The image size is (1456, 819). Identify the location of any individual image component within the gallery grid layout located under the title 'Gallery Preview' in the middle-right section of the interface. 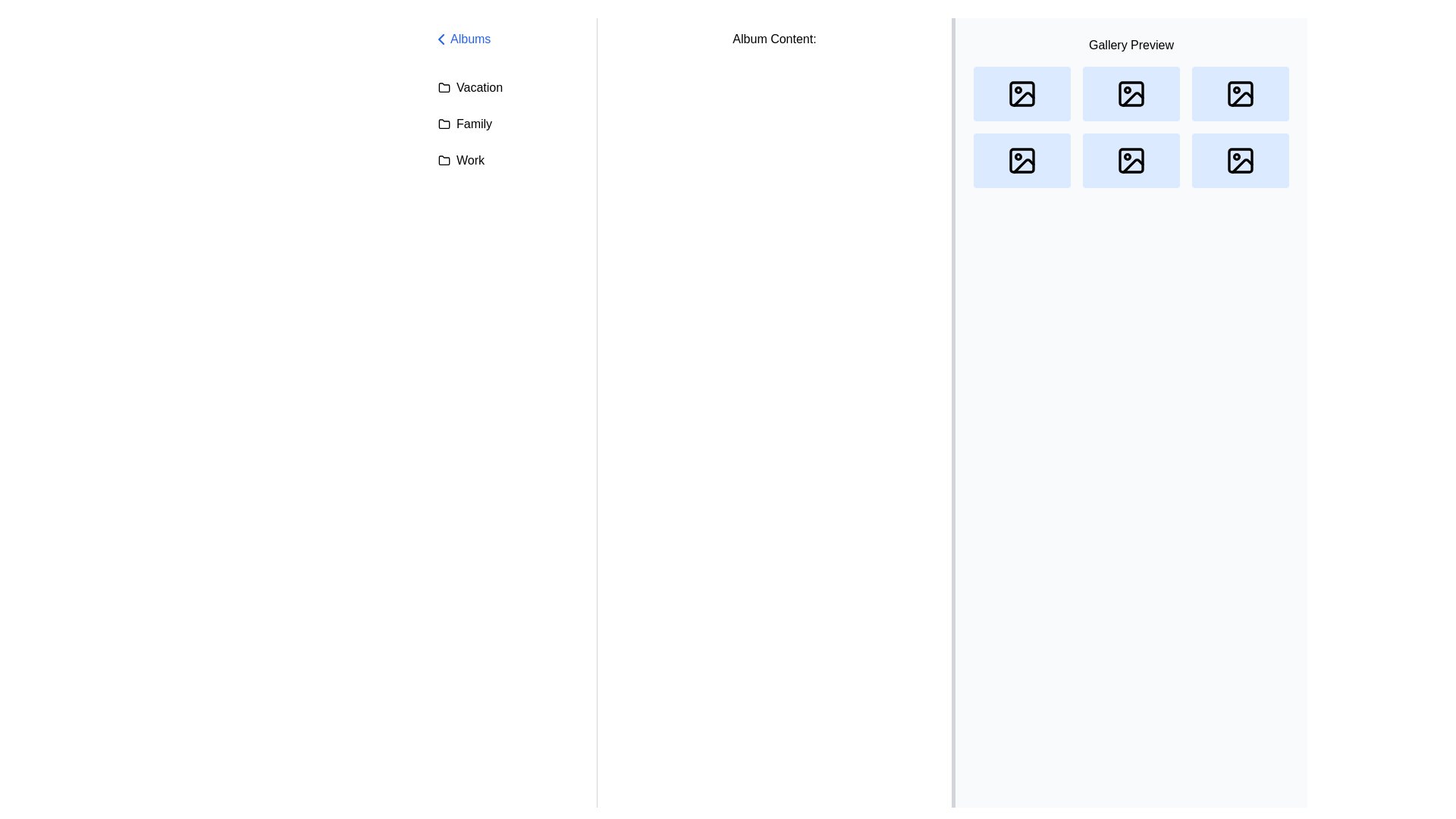
(1131, 127).